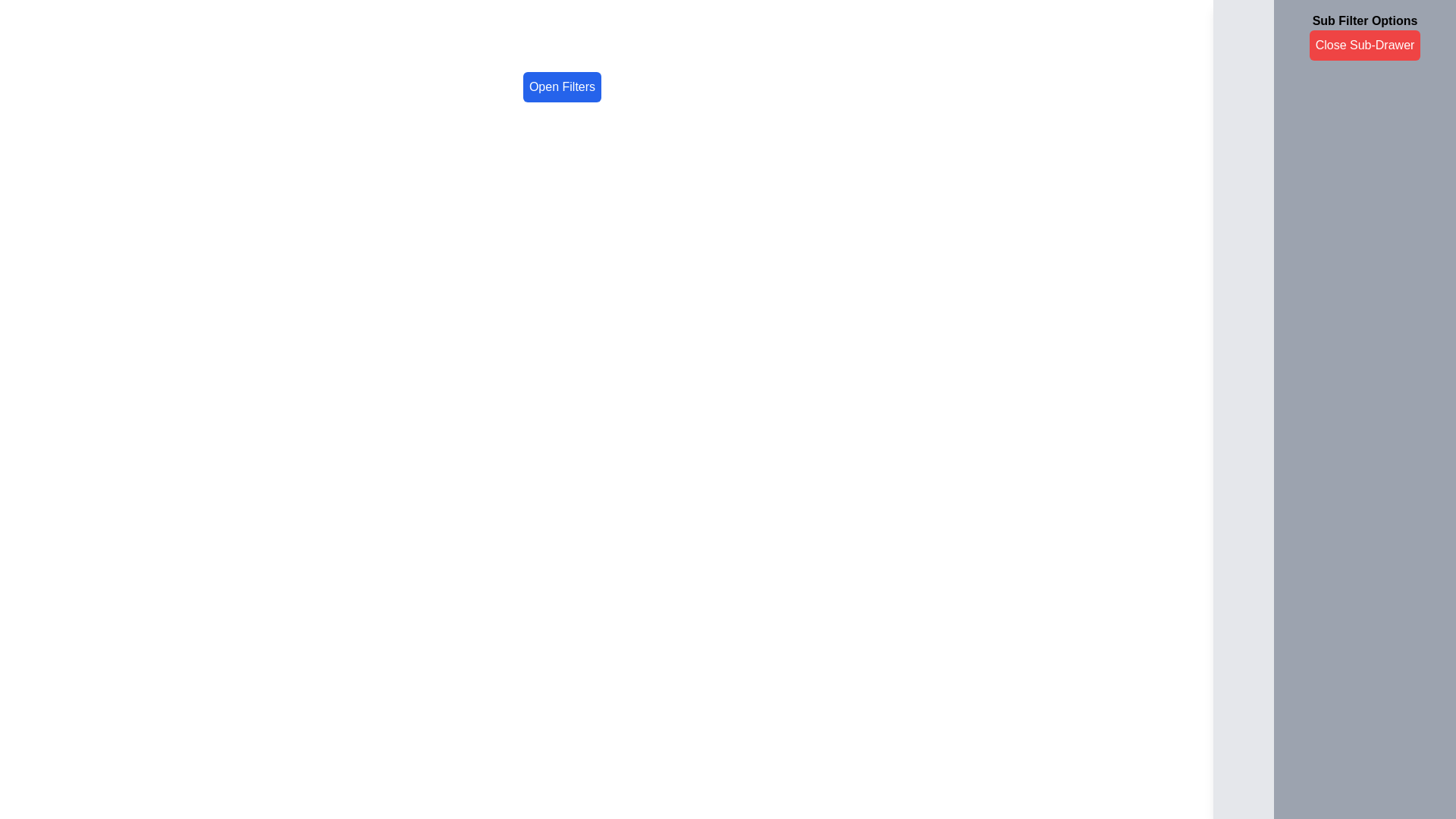 This screenshot has width=1456, height=819. What do you see at coordinates (1365, 45) in the screenshot?
I see `the button located in the right sidebar beneath the header text 'Sub Filter Options' to observe any hover effects` at bounding box center [1365, 45].